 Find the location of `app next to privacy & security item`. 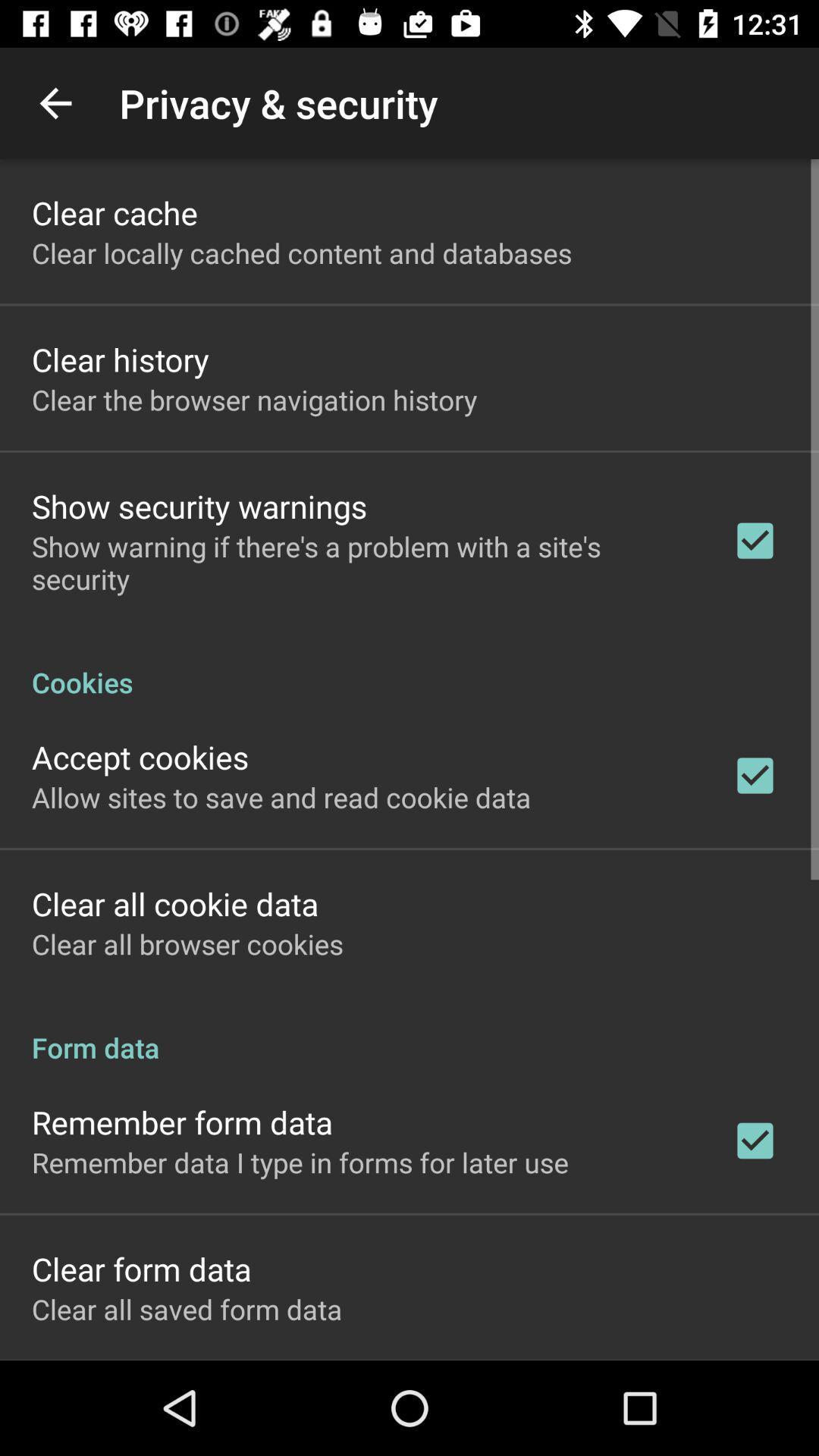

app next to privacy & security item is located at coordinates (55, 102).